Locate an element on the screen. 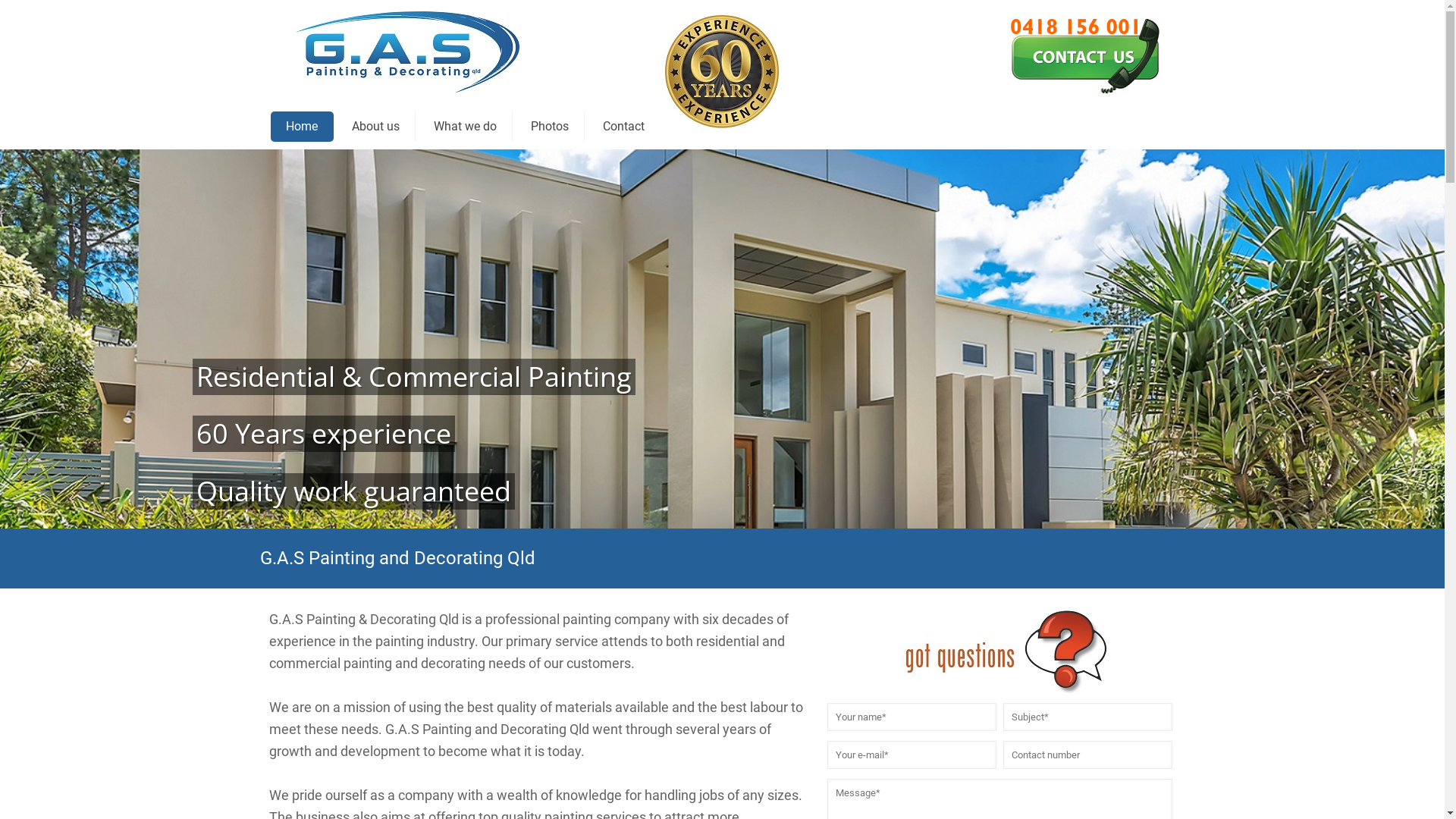  'Photos' is located at coordinates (549, 125).